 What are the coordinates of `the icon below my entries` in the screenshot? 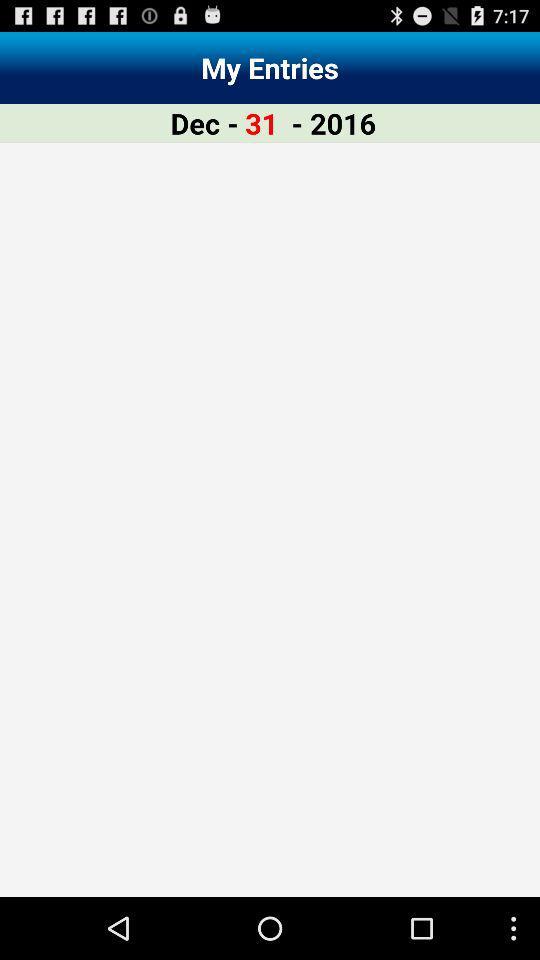 It's located at (261, 122).